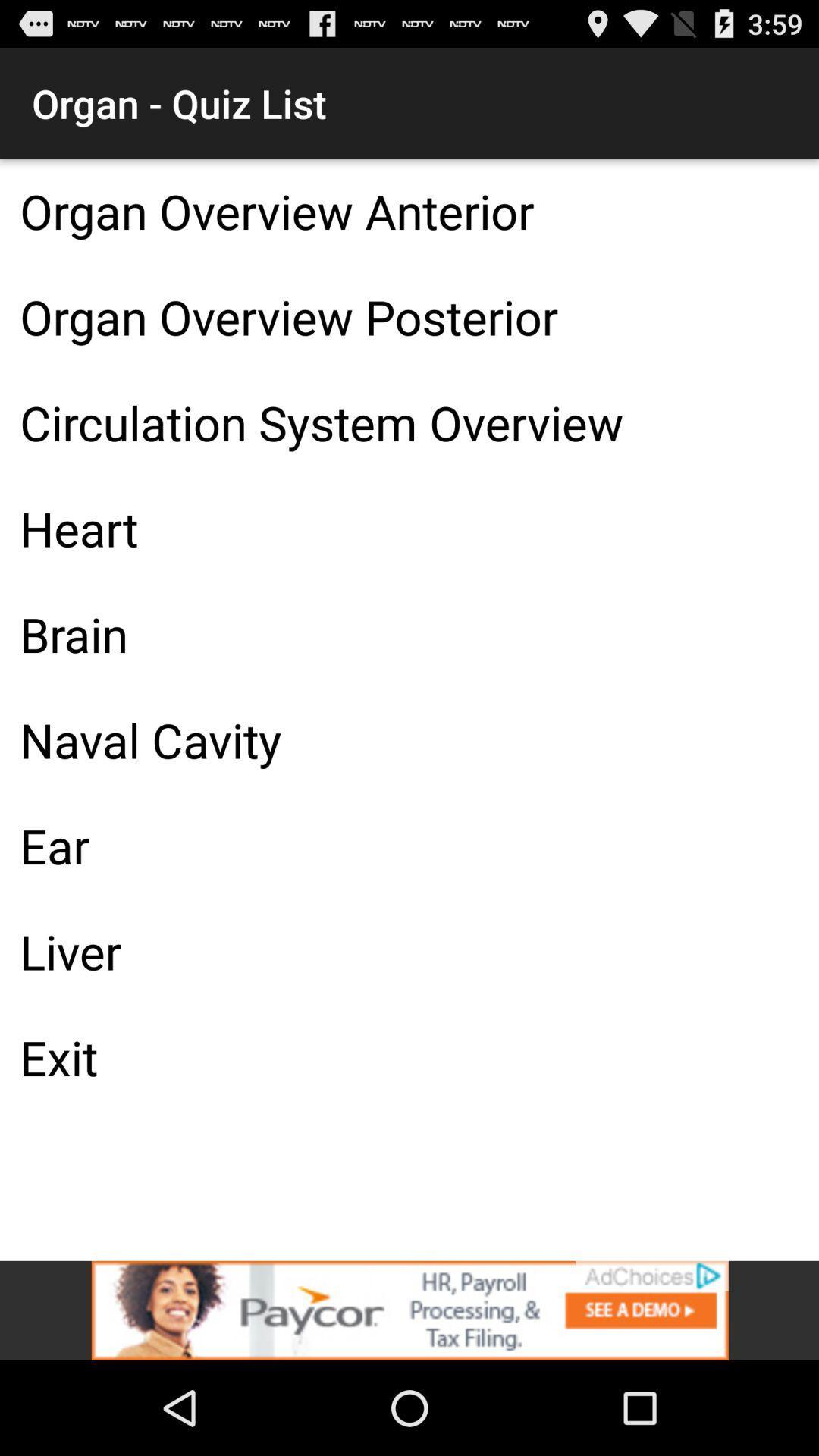 This screenshot has height=1456, width=819. Describe the element at coordinates (409, 1310) in the screenshot. I see `advertisement` at that location.